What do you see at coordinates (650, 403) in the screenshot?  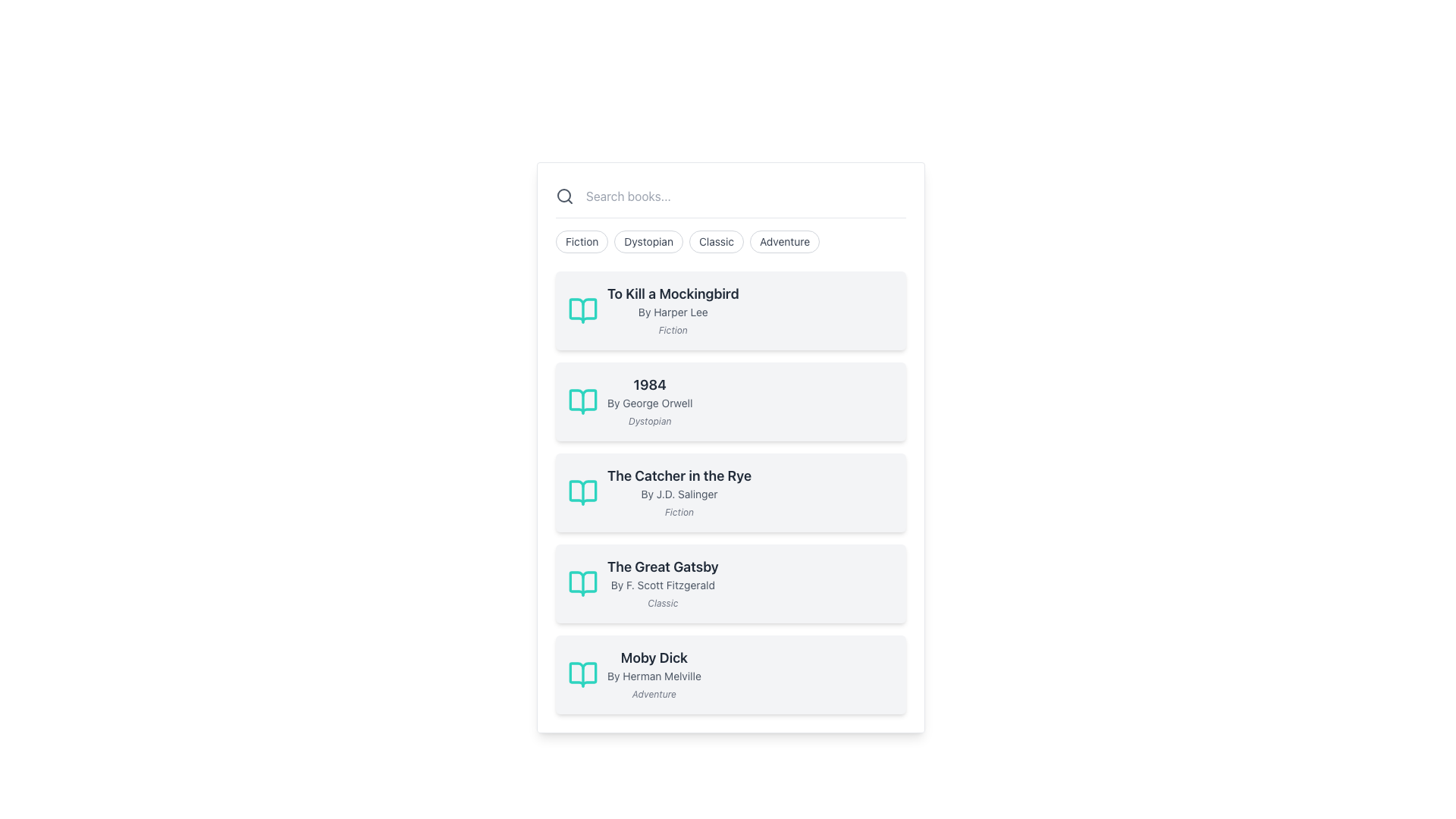 I see `the non-interactive label displaying the author of the book '1984', which is positioned below the title and above the italicized text 'Dystopian'` at bounding box center [650, 403].